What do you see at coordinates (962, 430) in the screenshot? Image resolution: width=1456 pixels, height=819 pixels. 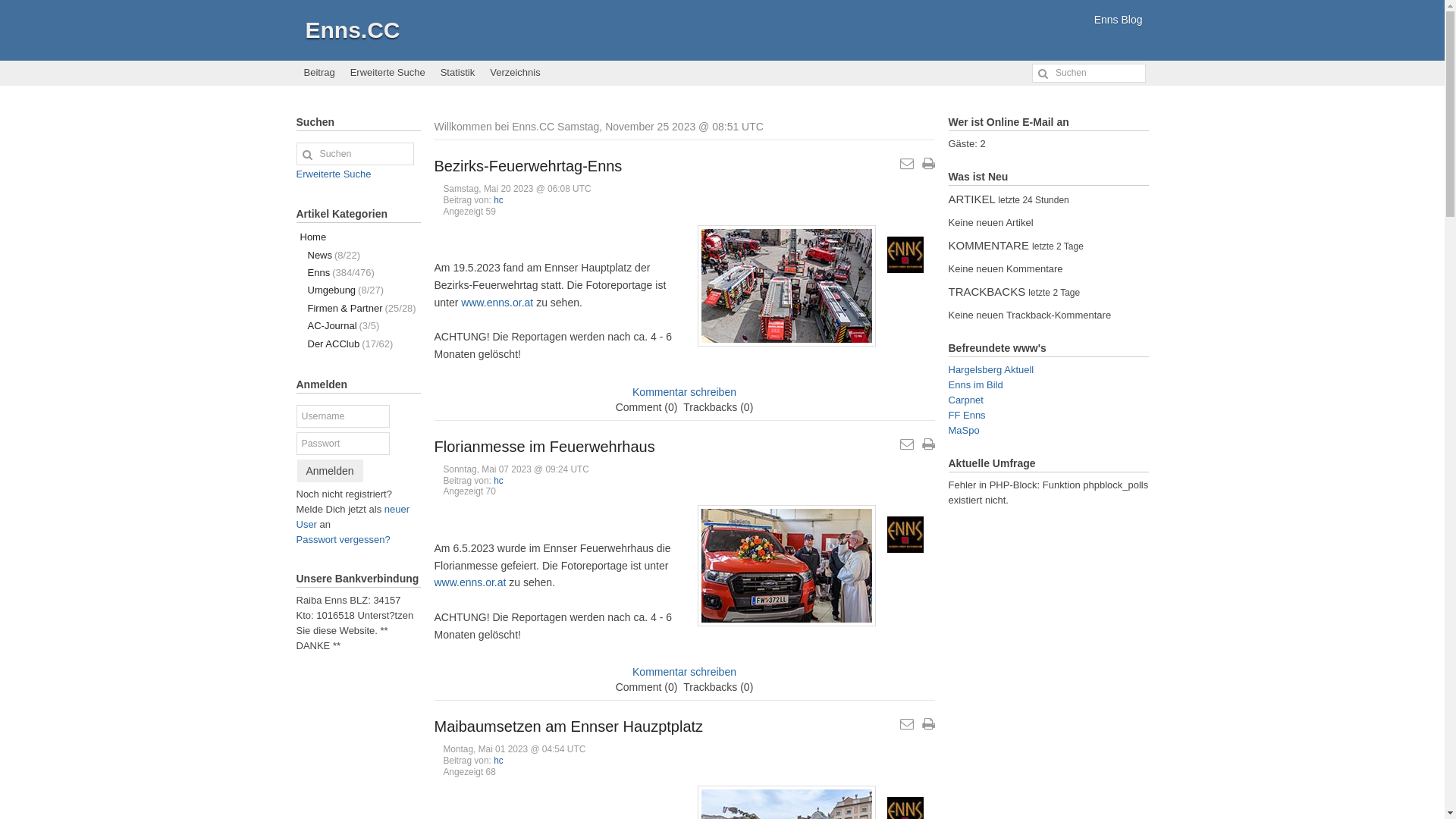 I see `'MaSpo'` at bounding box center [962, 430].